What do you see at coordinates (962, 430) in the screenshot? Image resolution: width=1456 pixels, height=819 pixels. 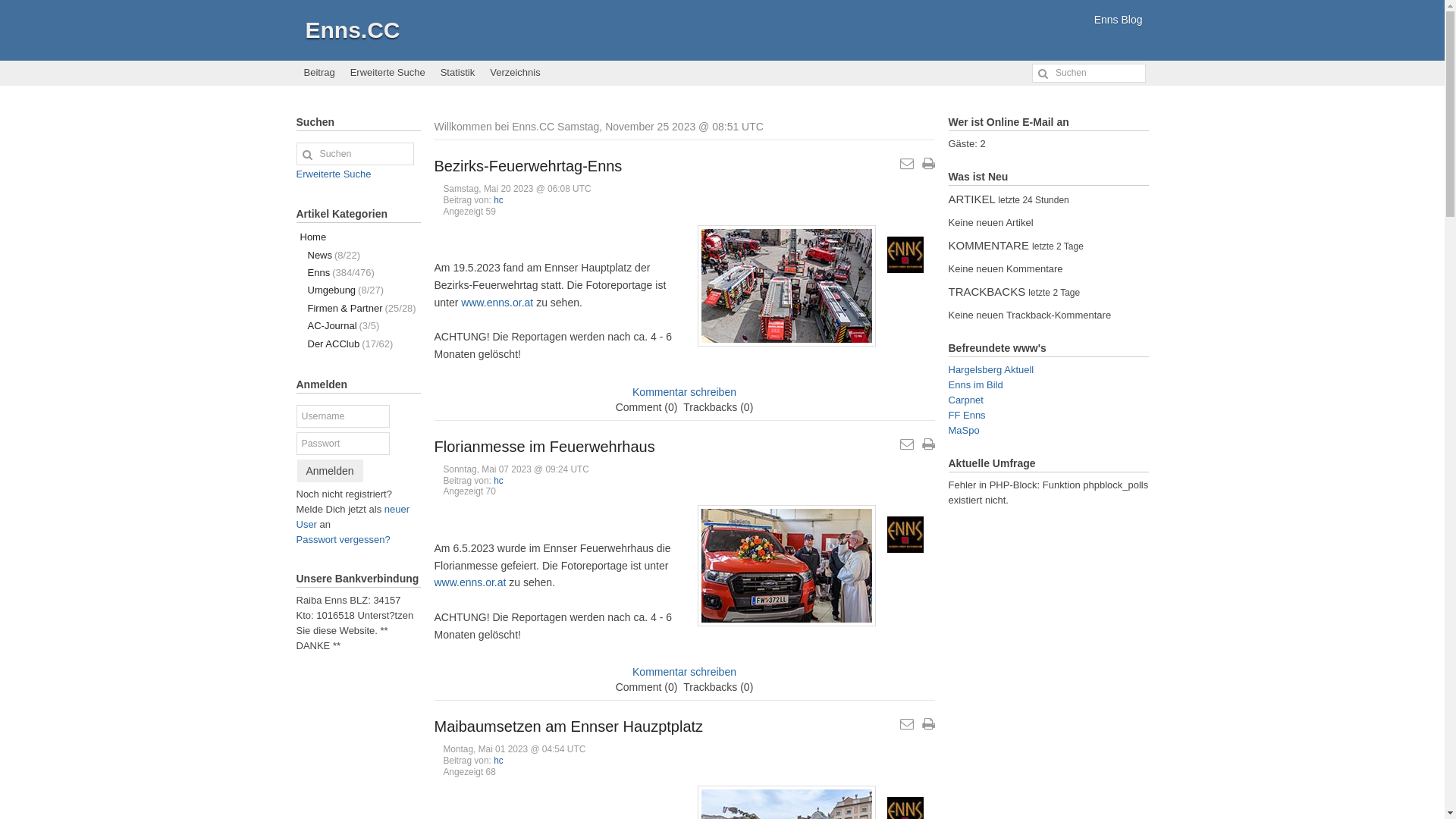 I see `'MaSpo'` at bounding box center [962, 430].